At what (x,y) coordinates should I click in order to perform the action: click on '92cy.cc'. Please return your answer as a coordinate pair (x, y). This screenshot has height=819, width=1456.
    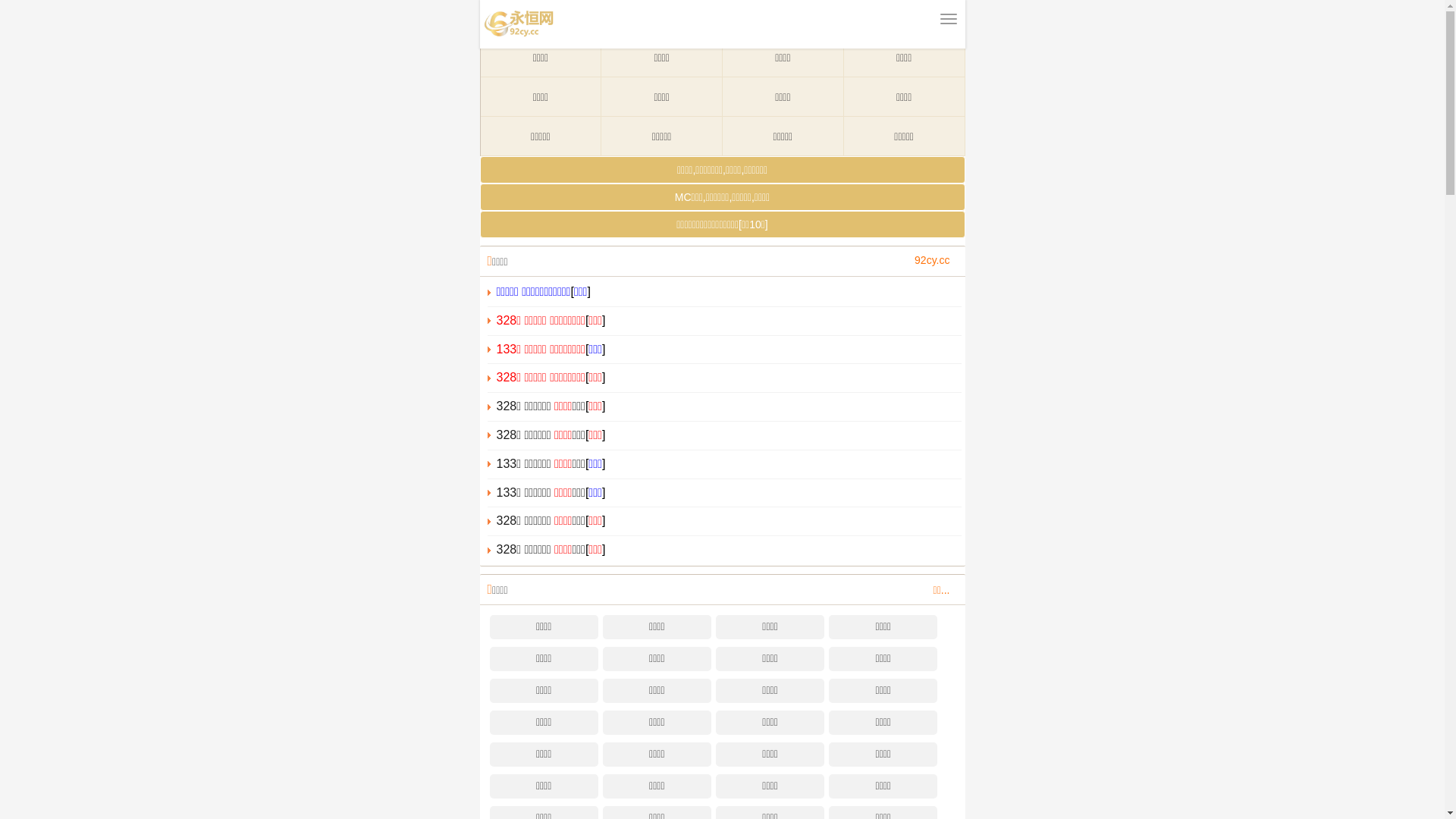
    Looking at the image, I should click on (930, 259).